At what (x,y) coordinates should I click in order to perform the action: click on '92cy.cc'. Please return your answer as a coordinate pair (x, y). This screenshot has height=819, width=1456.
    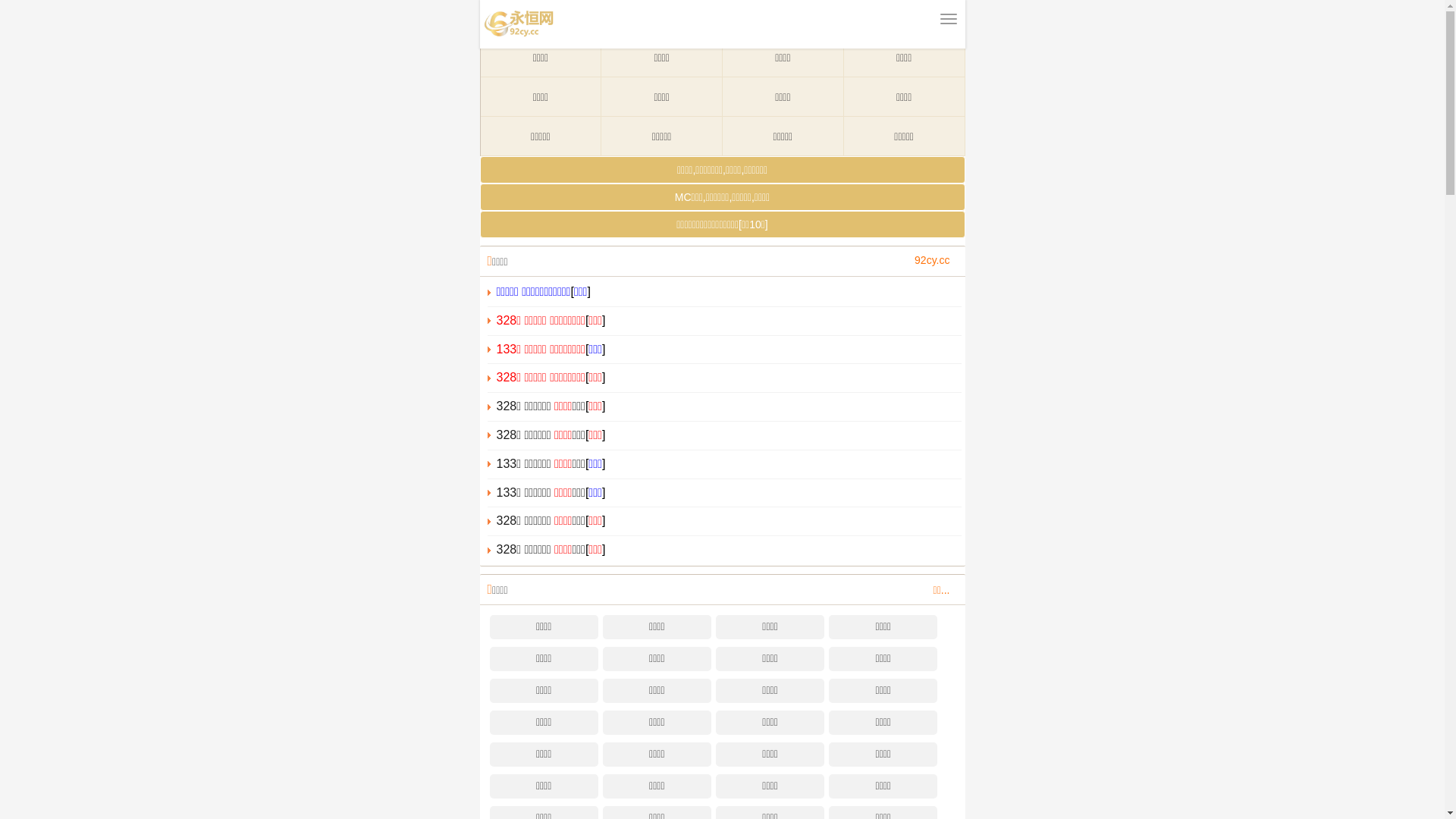
    Looking at the image, I should click on (930, 259).